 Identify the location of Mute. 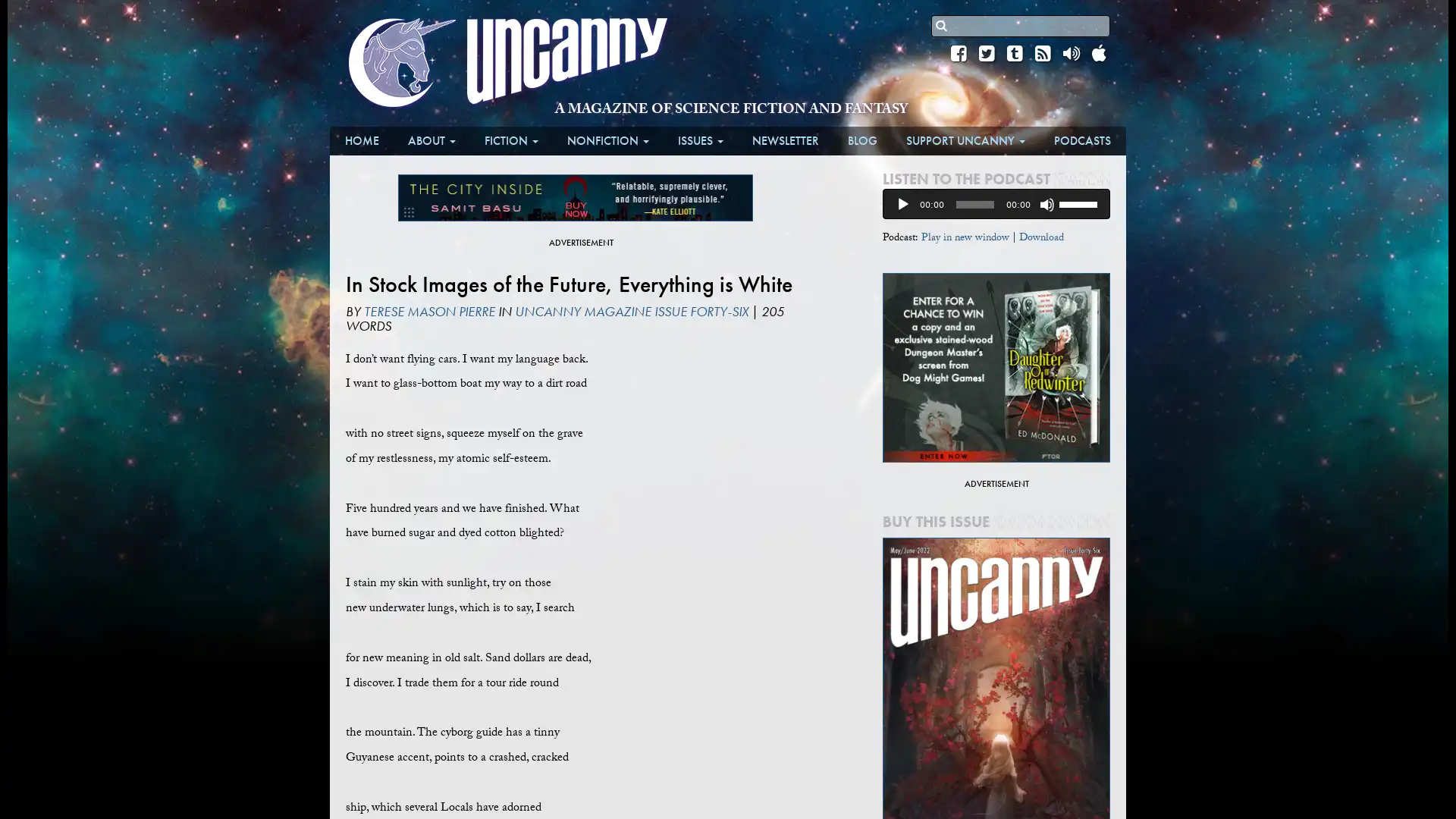
(1046, 205).